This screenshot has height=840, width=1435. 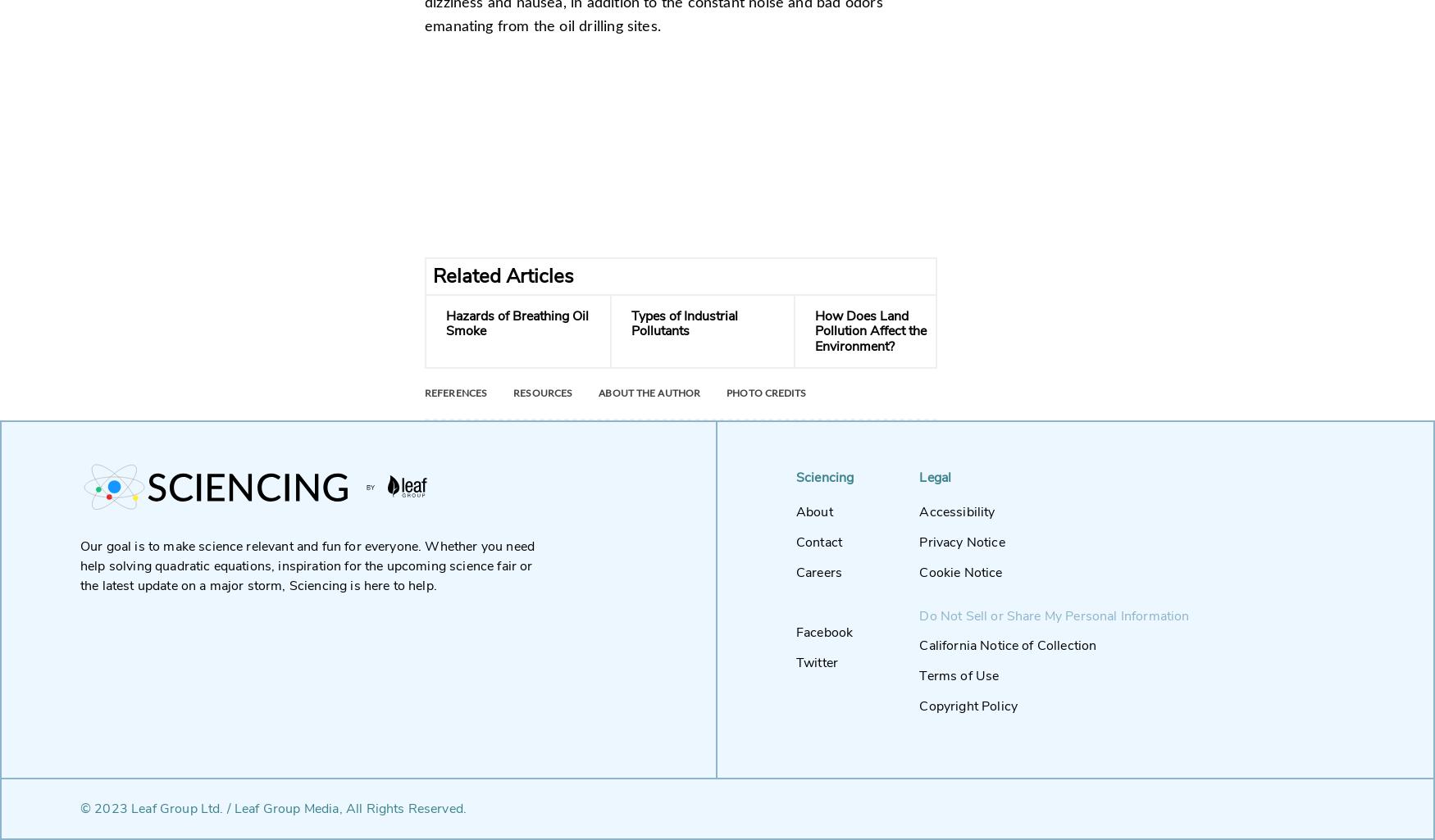 I want to click on 'Twitter', so click(x=817, y=662).